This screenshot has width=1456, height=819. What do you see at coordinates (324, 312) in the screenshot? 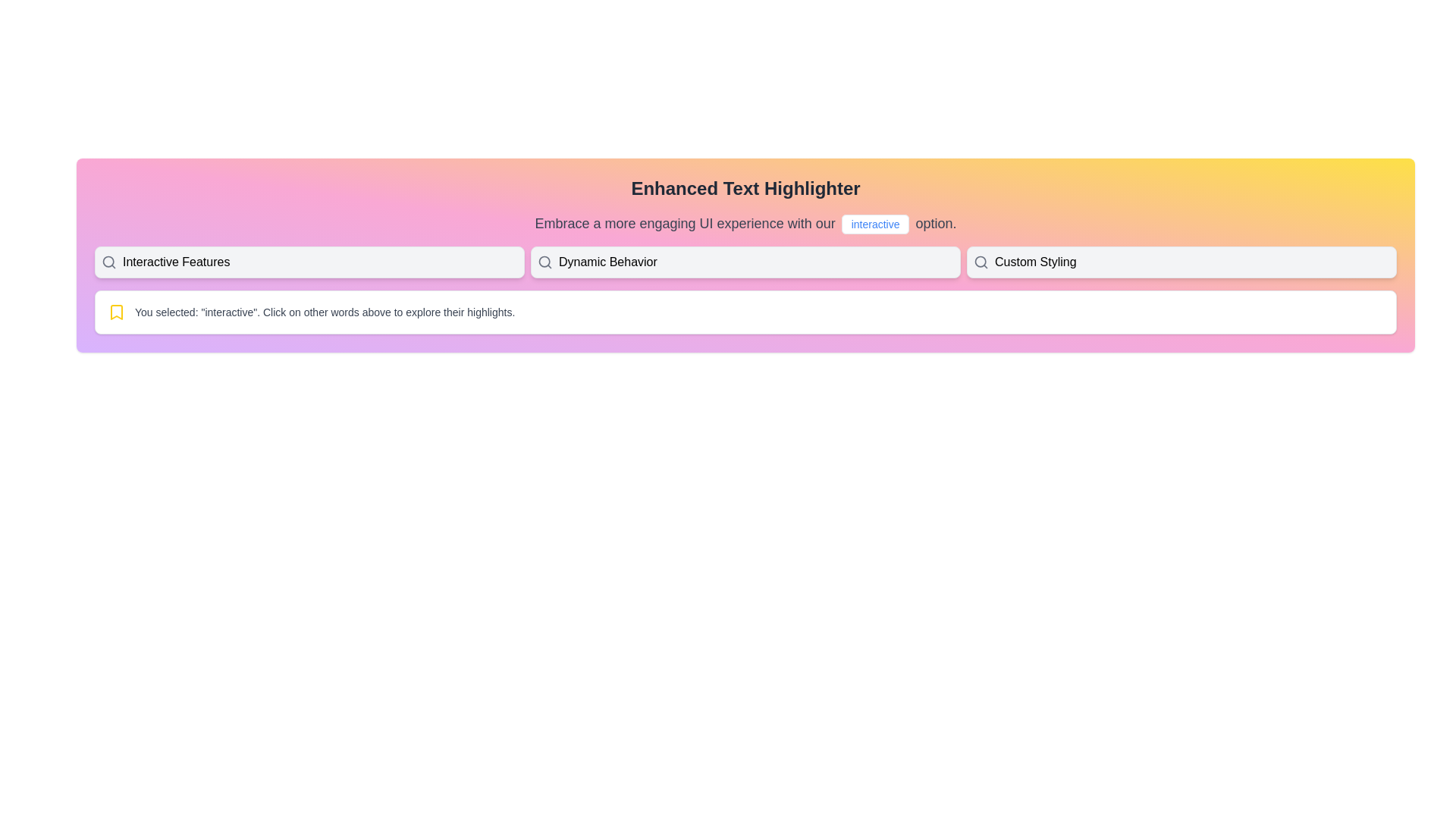
I see `feedback text block that informs the user about their current selection and offers guidance for further interaction, which is located below a set of selectable options and next to a small yellow bookmark icon` at bounding box center [324, 312].